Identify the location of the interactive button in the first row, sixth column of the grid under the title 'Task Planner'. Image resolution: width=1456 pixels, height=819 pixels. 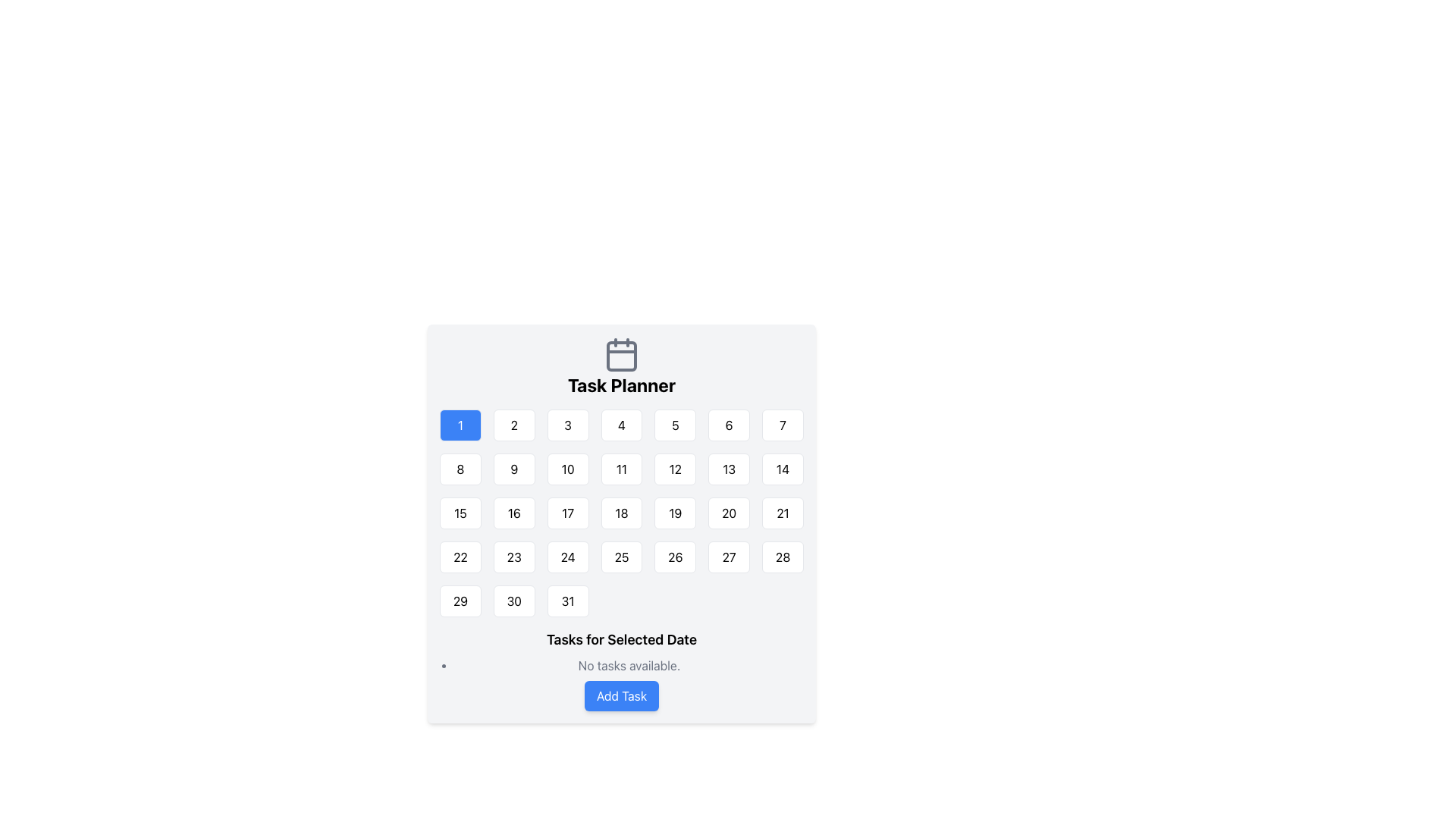
(729, 425).